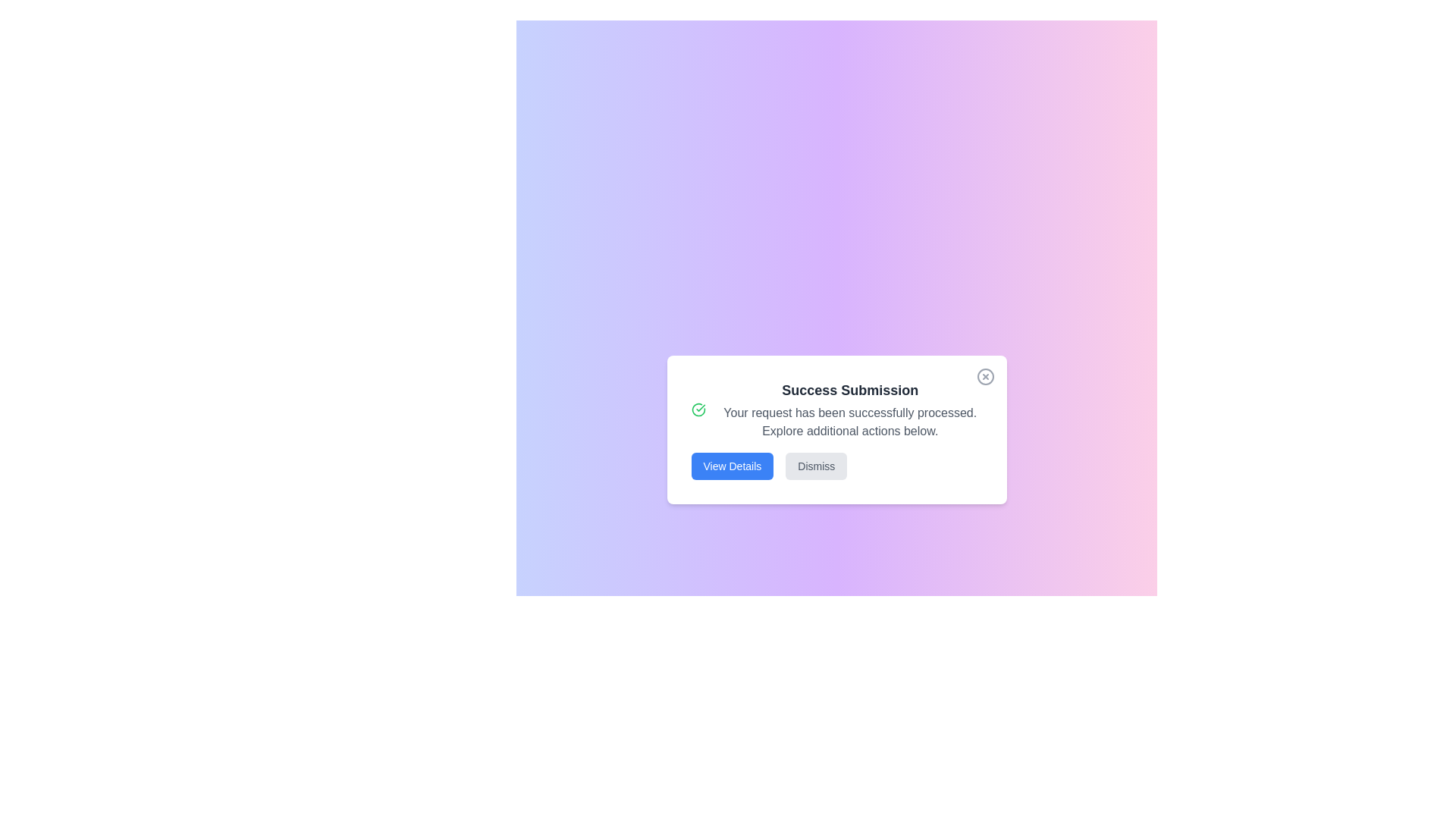  I want to click on the success confirmation icon located on the left side of the dialog box, adjacent to the text 'Success Submission', so click(698, 409).